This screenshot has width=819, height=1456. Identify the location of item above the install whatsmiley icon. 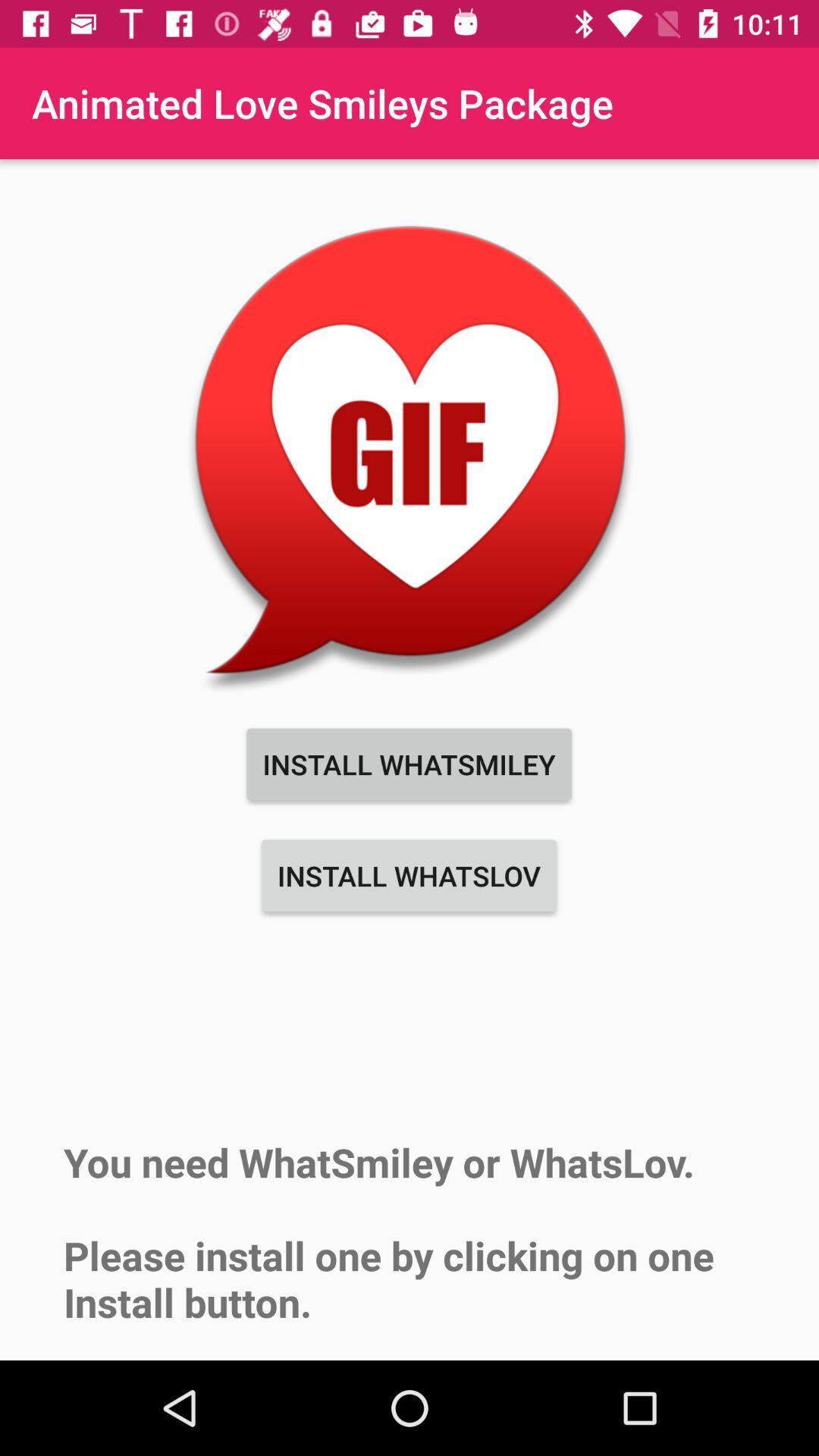
(409, 453).